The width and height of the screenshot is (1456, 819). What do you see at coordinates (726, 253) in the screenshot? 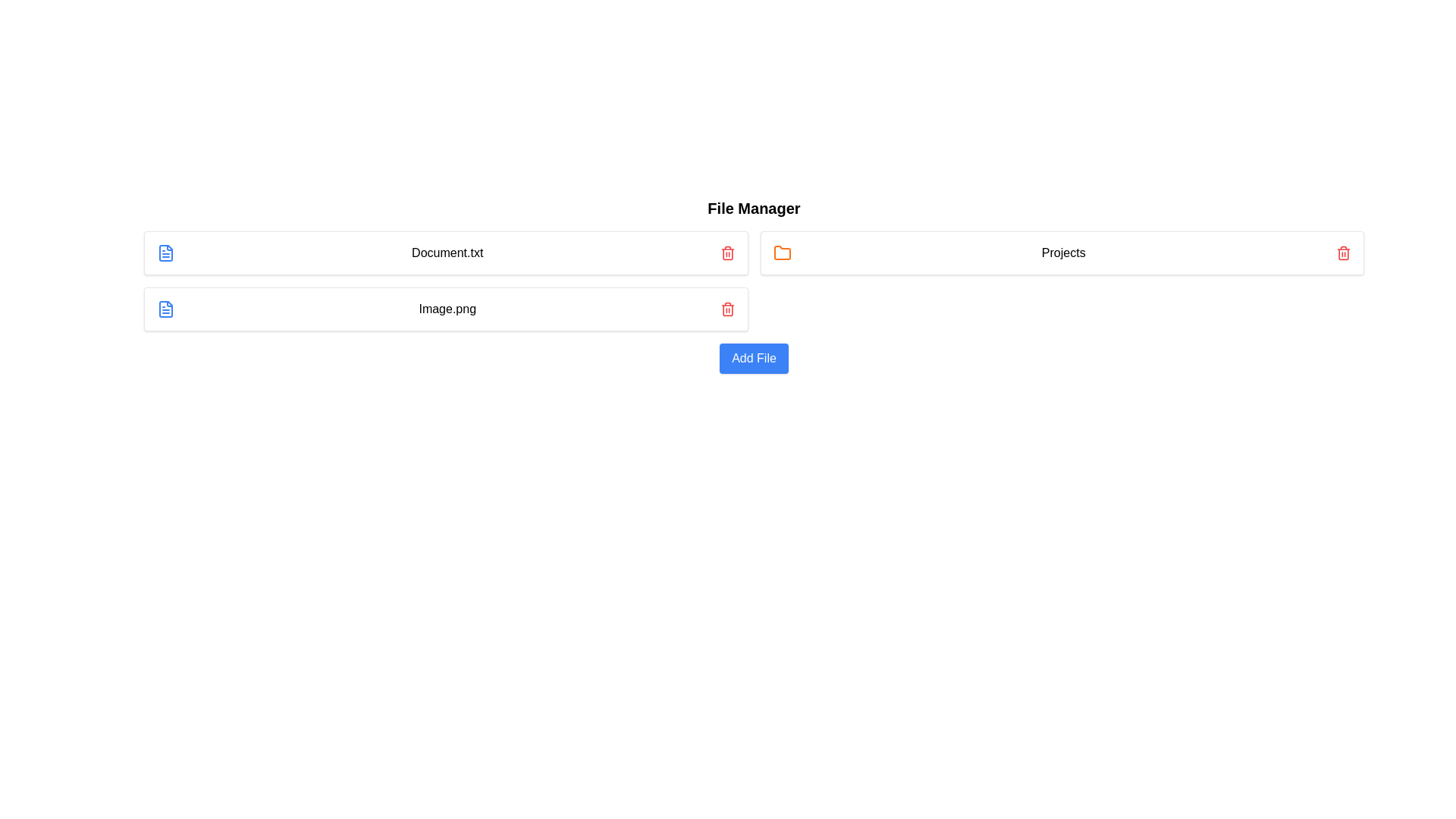
I see `the red trash can icon at the far-right end of the row labeled 'Document.txt'` at bounding box center [726, 253].